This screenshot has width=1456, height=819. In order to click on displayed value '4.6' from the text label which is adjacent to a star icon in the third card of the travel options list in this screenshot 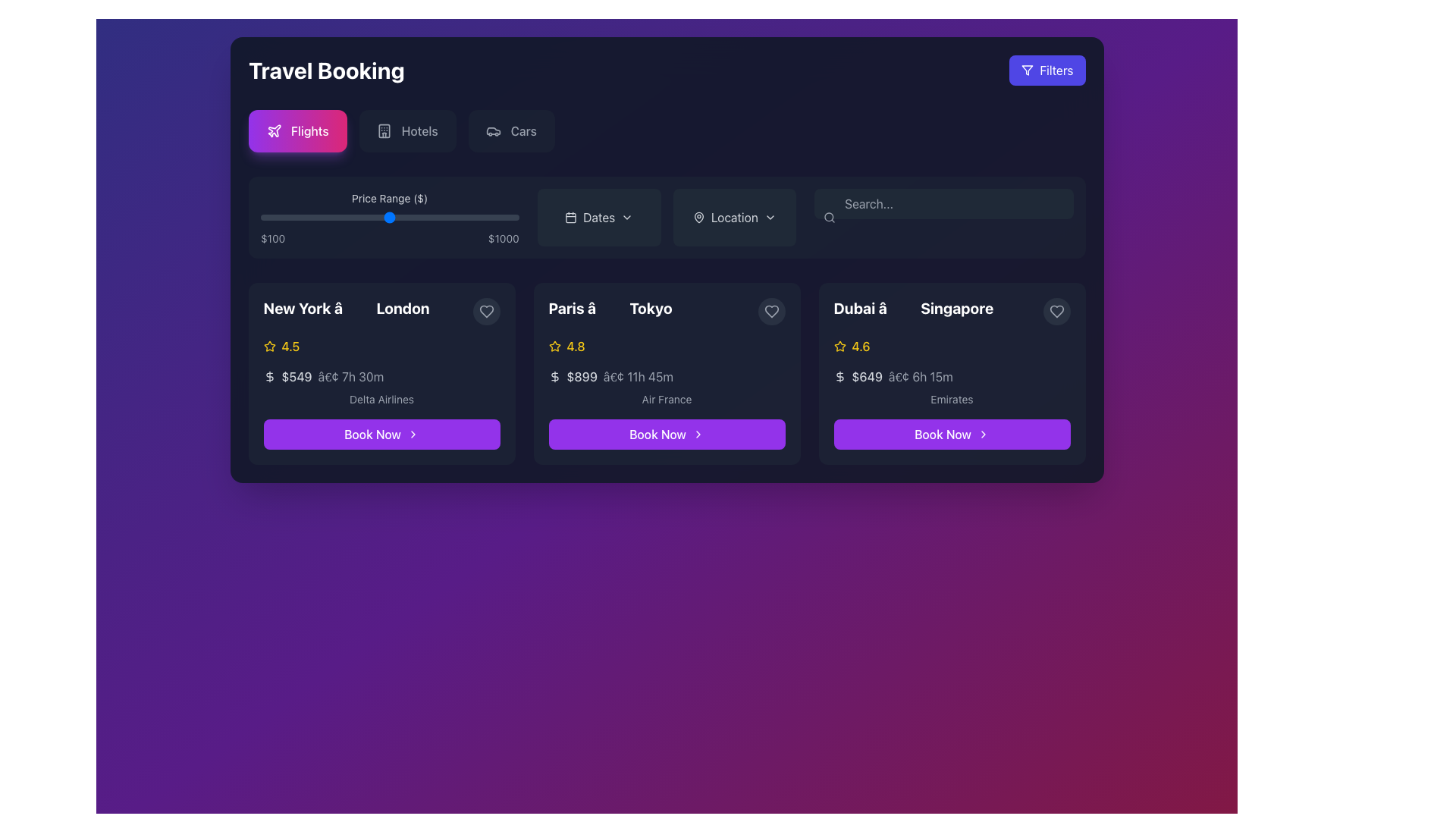, I will do `click(861, 346)`.